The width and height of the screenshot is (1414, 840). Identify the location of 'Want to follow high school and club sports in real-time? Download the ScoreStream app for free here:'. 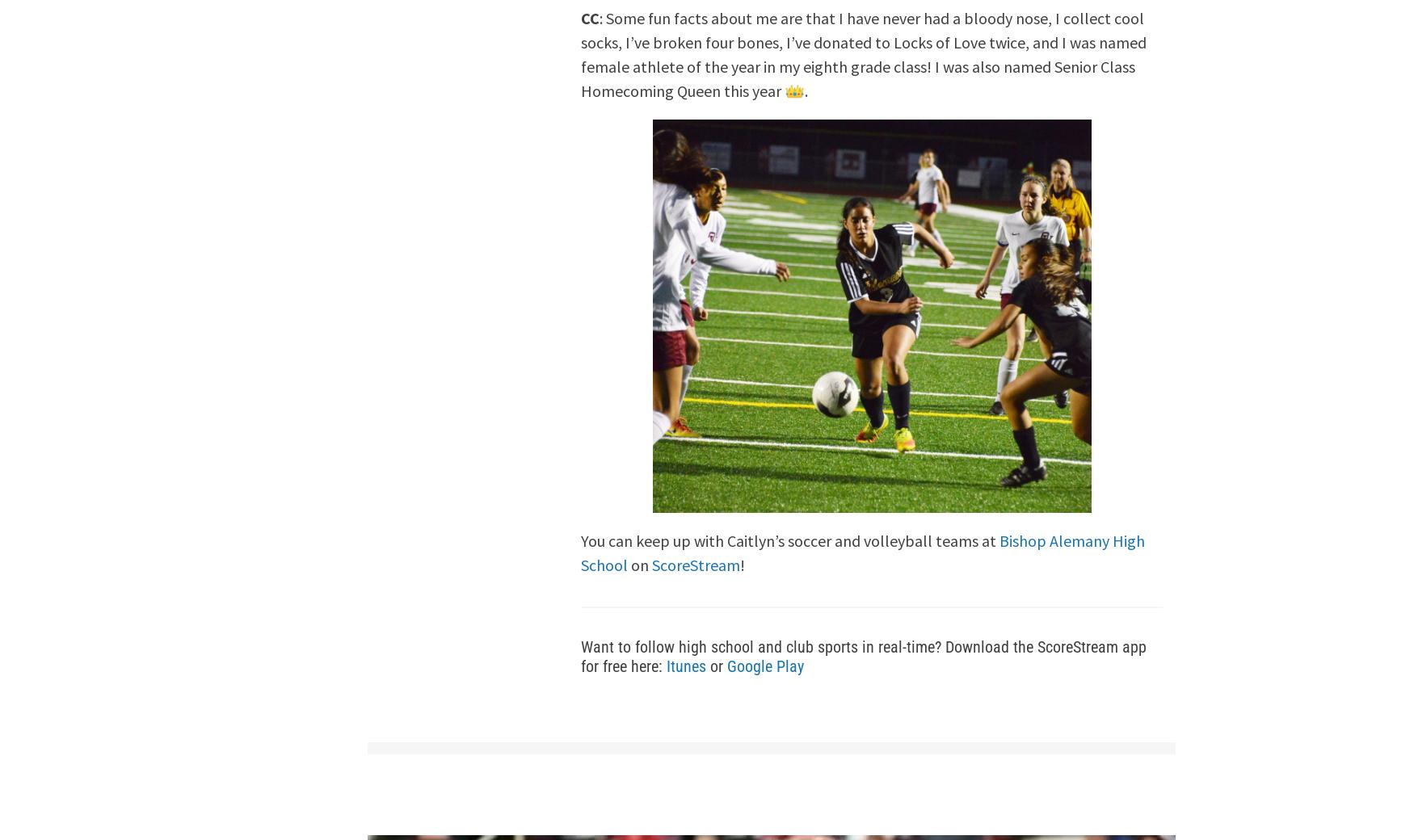
(864, 655).